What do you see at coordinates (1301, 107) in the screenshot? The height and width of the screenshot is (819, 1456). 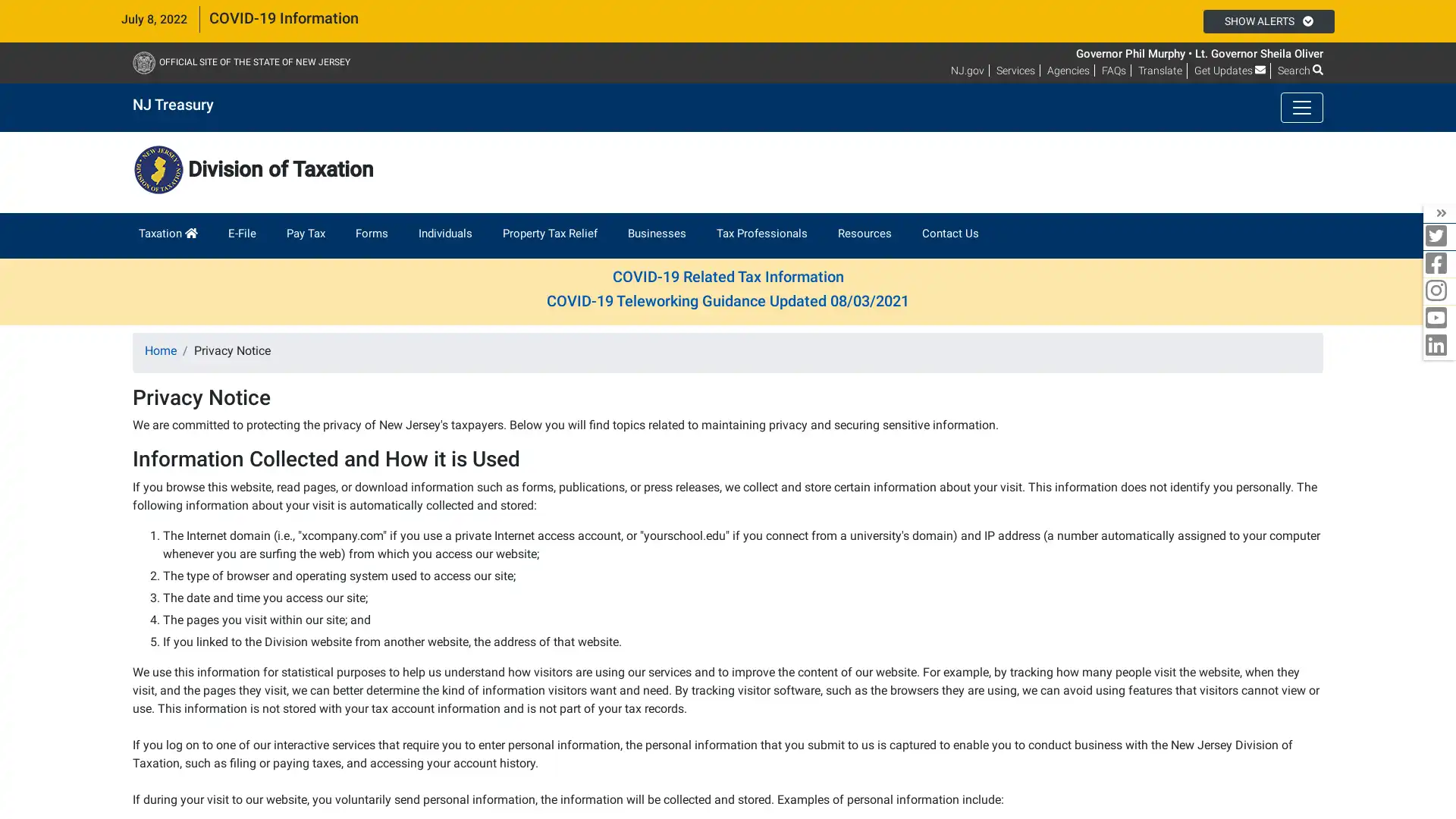 I see `Toggle navigation` at bounding box center [1301, 107].